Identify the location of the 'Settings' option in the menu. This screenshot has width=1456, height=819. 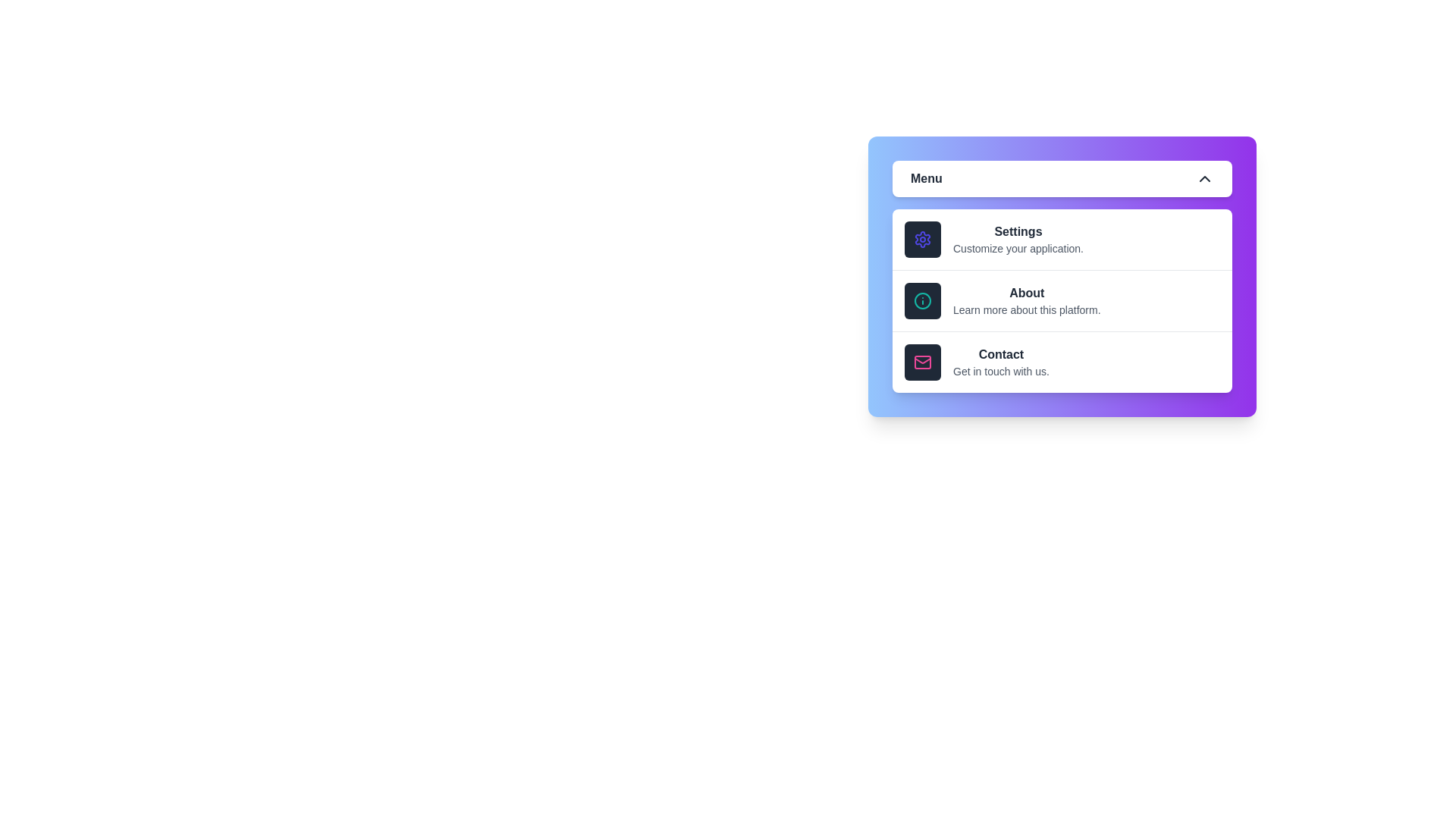
(1018, 231).